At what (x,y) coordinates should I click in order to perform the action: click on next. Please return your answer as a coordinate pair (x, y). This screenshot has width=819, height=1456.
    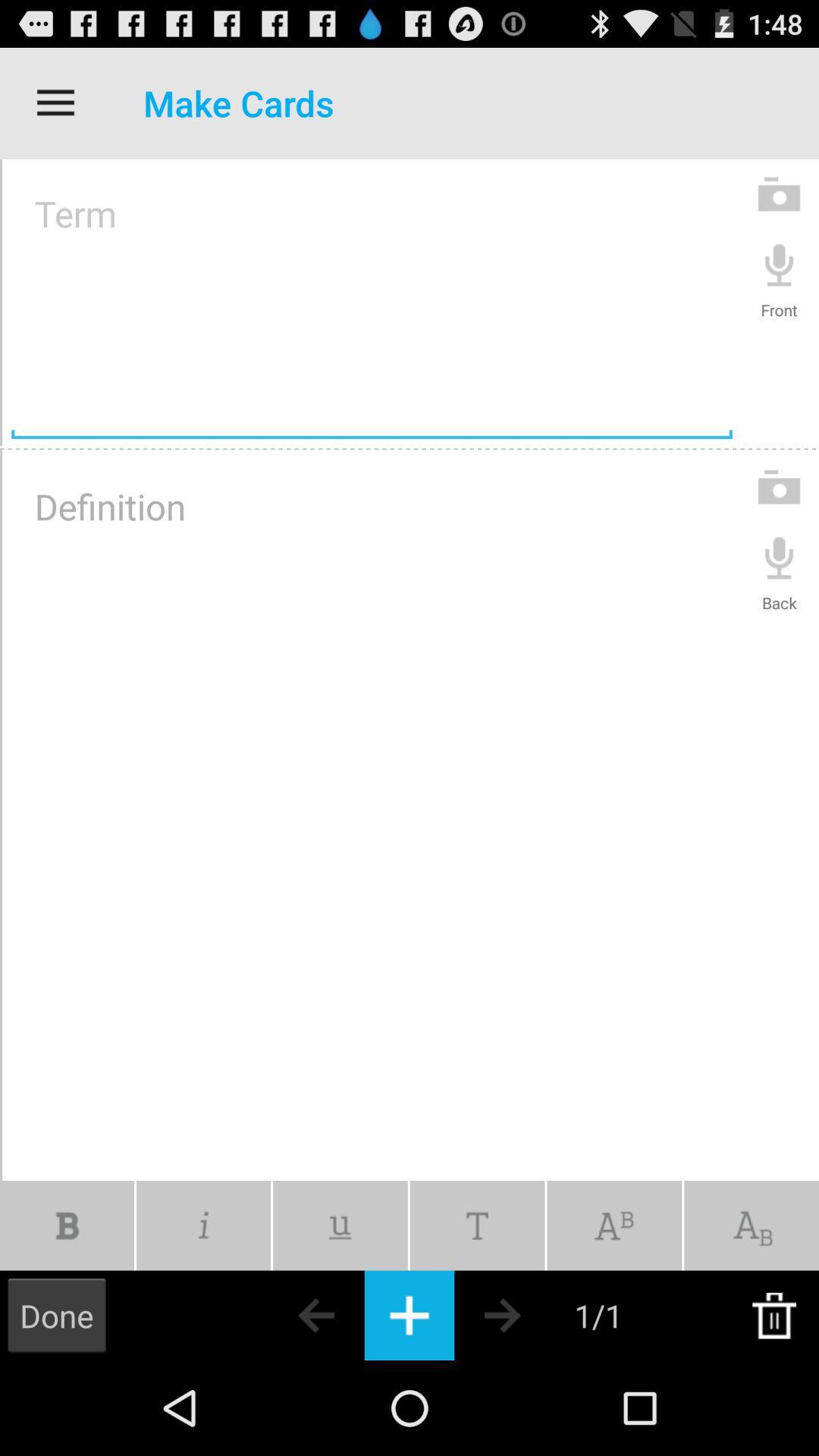
    Looking at the image, I should click on (529, 1314).